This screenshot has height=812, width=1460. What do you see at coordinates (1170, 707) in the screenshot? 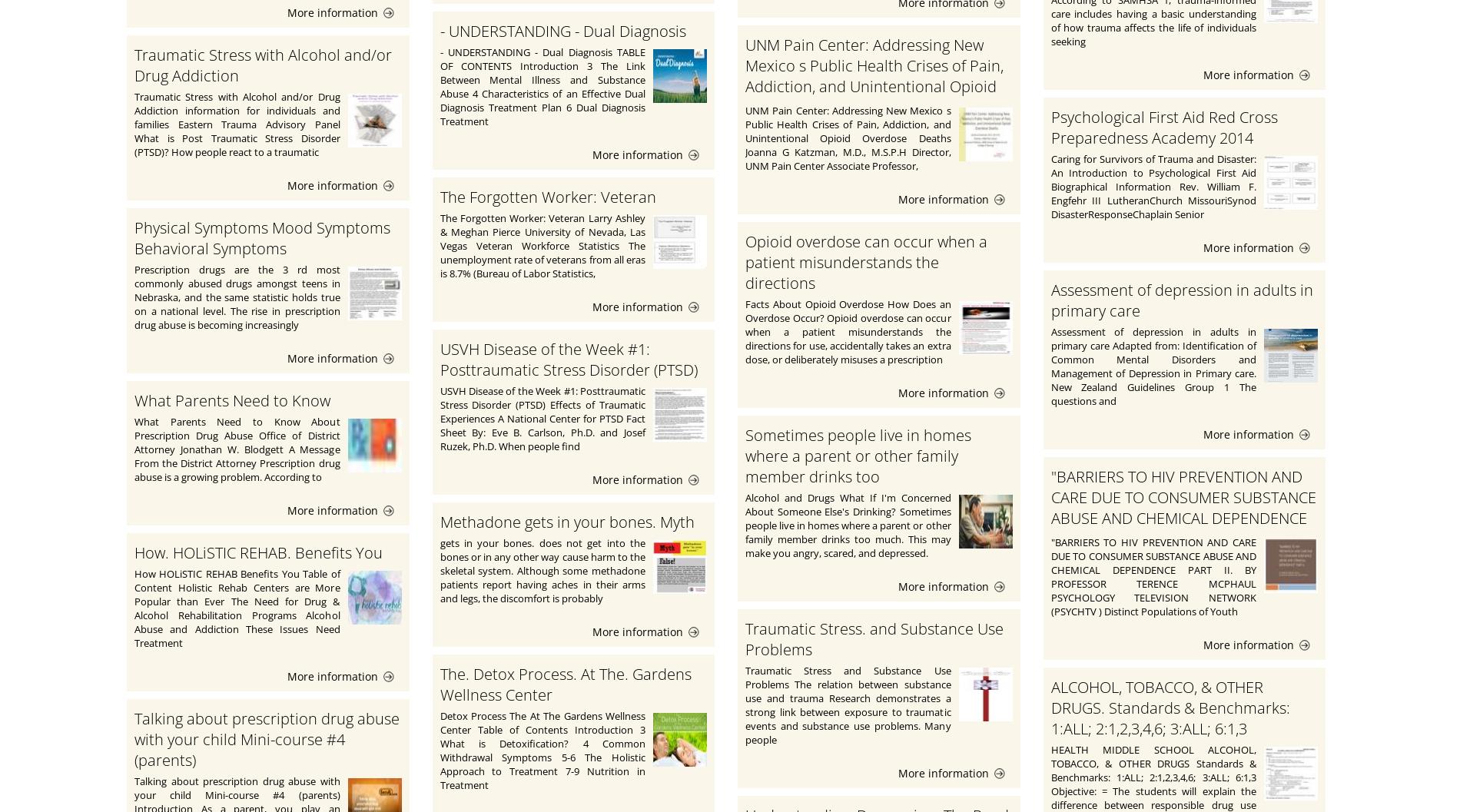
I see `'ALCOHOL, TOBACCO, & OTHER DRUGS. Standards & Benchmarks: 1:ALL; 2:1,2,3,4,6; 3:ALL; 6:1,3'` at bounding box center [1170, 707].